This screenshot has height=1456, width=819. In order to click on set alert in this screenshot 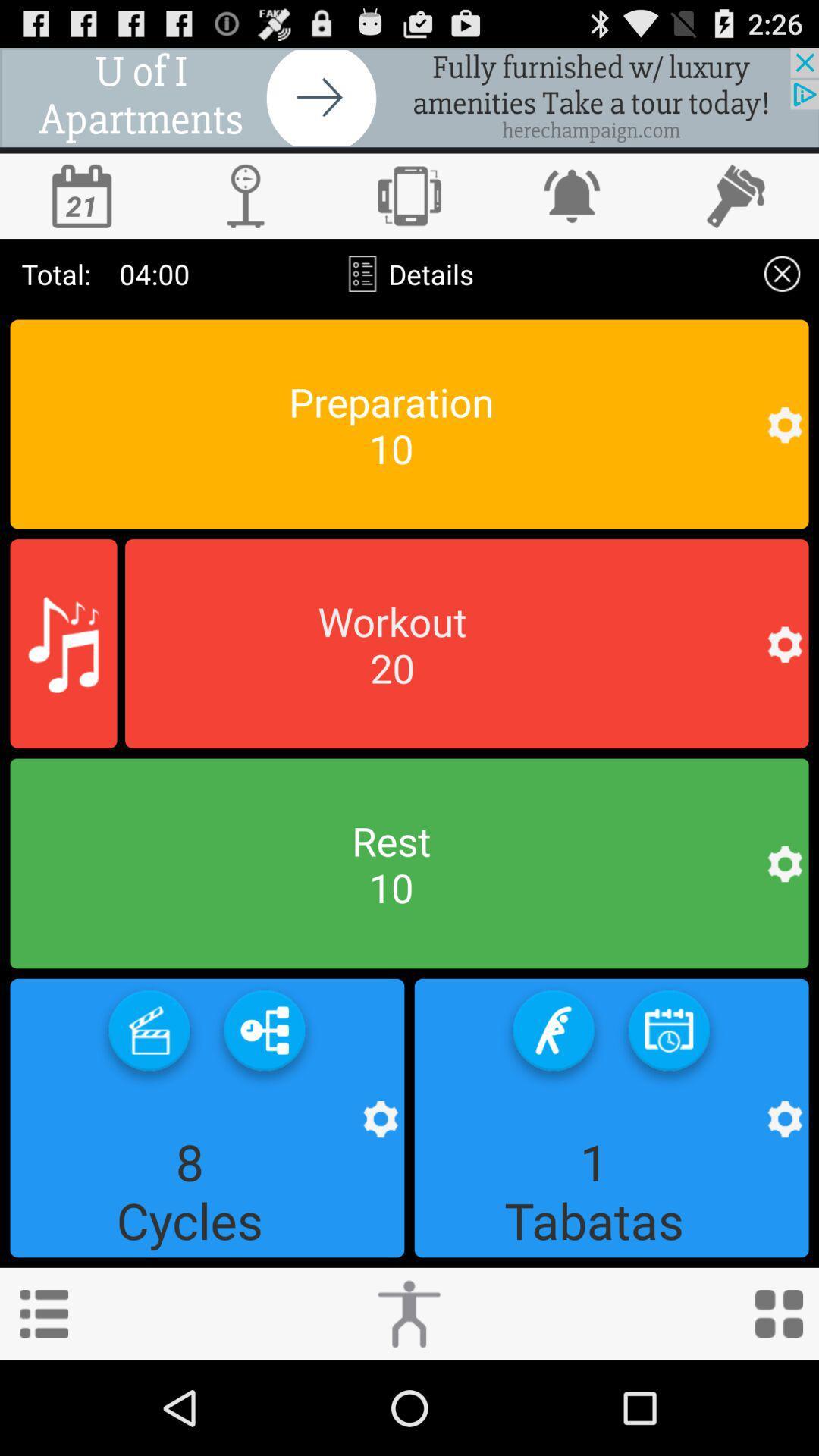, I will do `click(573, 195)`.